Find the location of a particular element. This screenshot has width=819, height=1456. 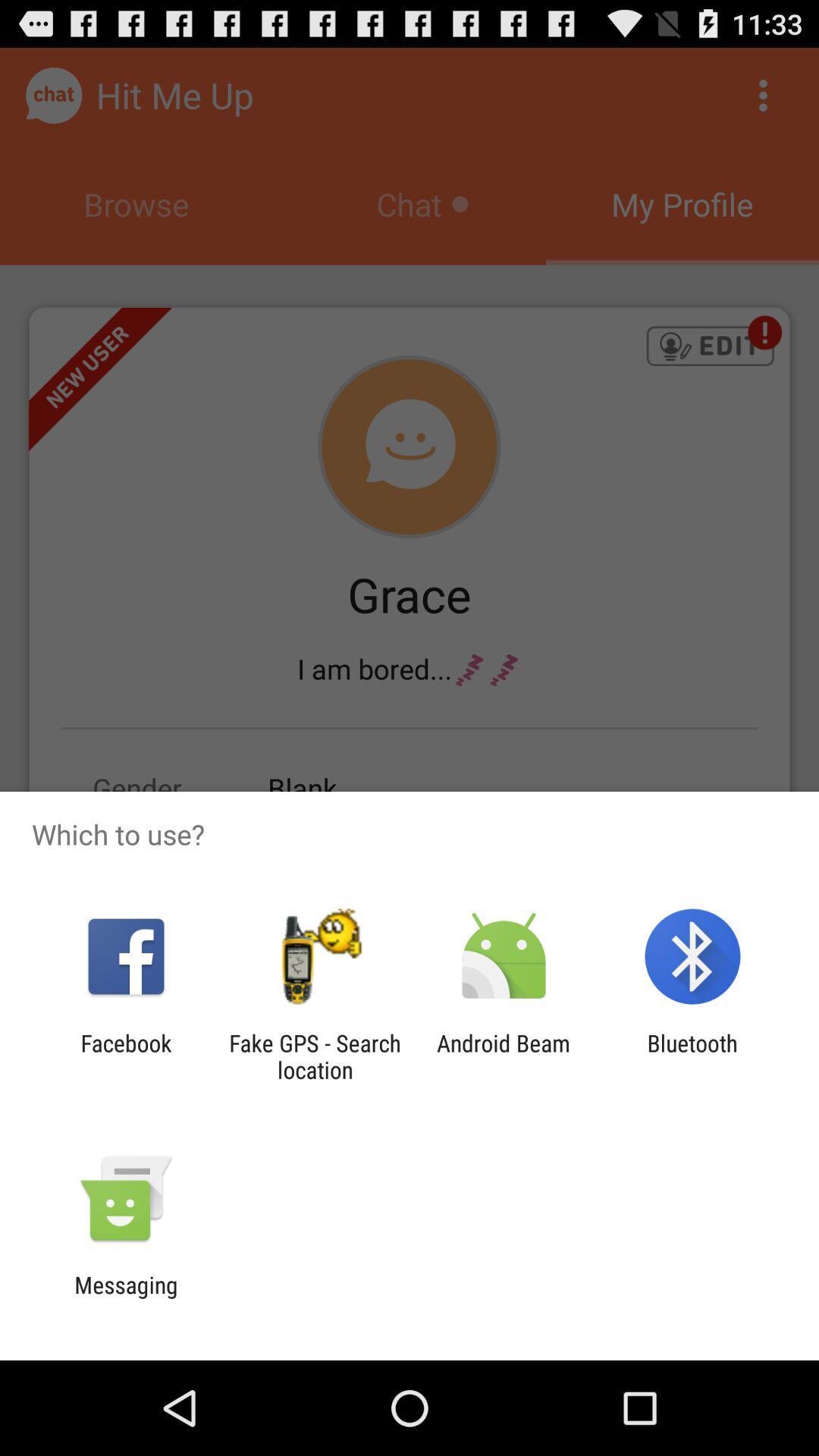

the item next to the android beam app is located at coordinates (692, 1056).